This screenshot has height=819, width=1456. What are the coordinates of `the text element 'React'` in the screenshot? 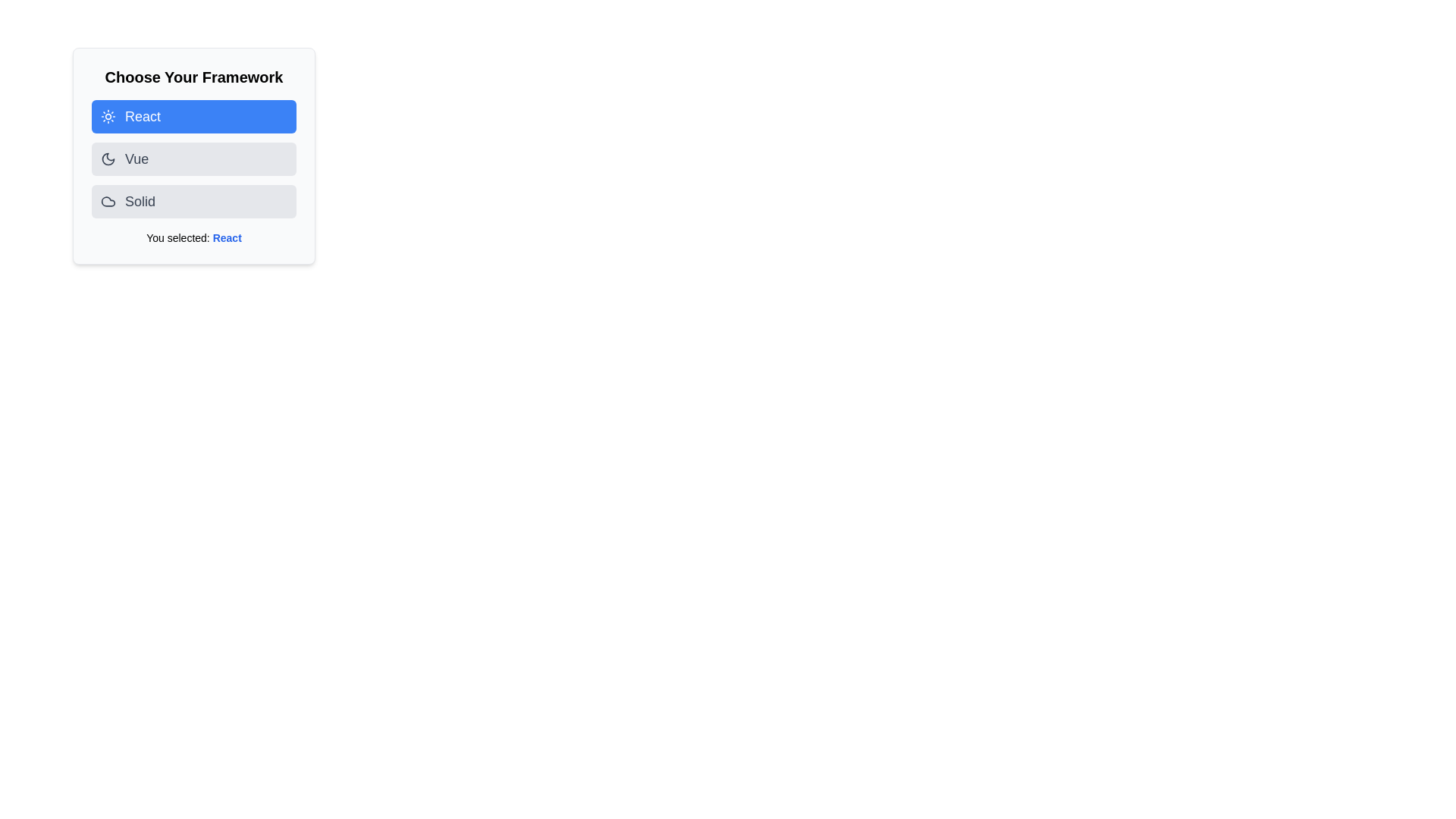 It's located at (226, 237).